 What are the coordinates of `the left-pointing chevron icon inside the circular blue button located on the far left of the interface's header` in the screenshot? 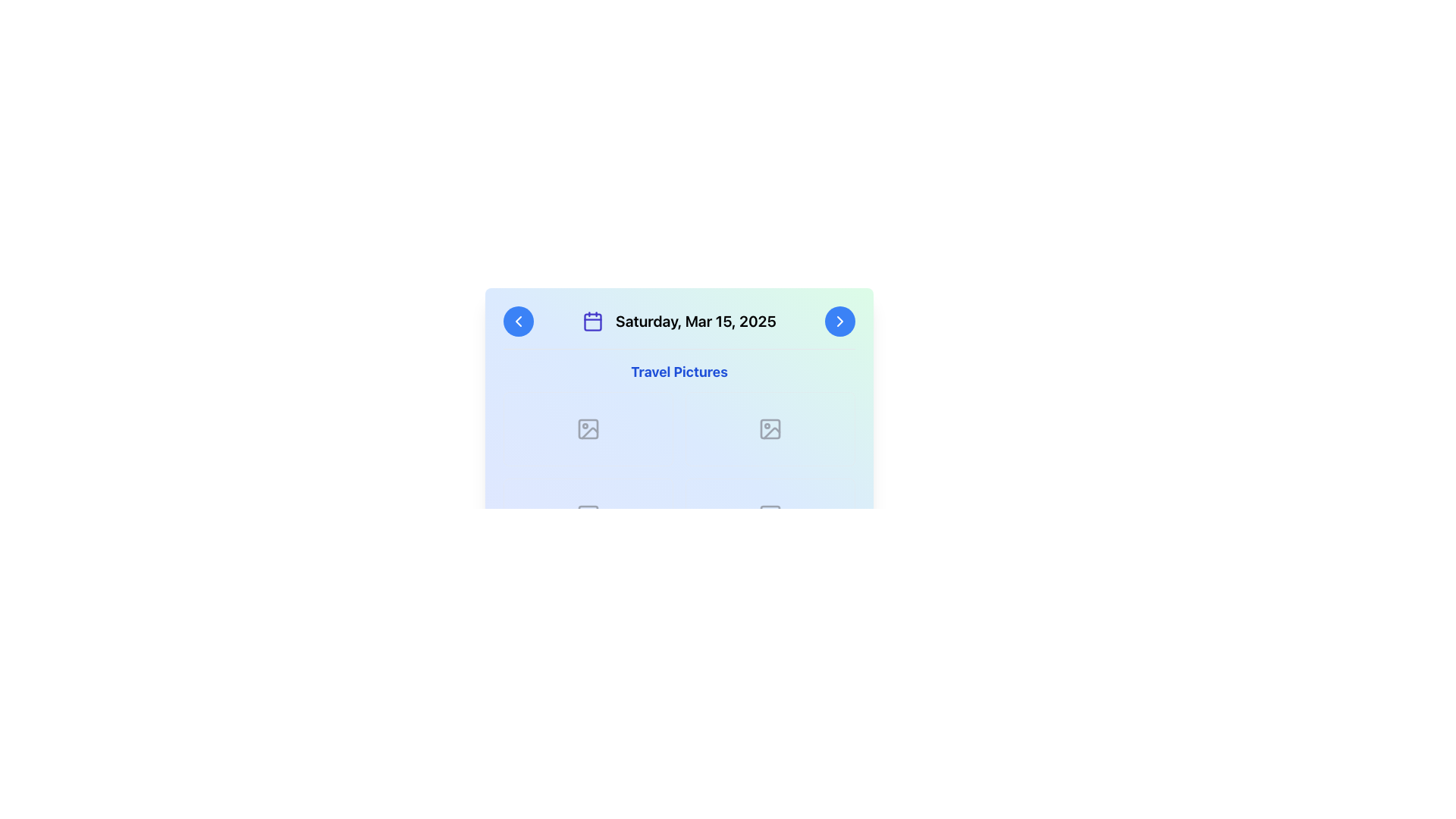 It's located at (519, 321).